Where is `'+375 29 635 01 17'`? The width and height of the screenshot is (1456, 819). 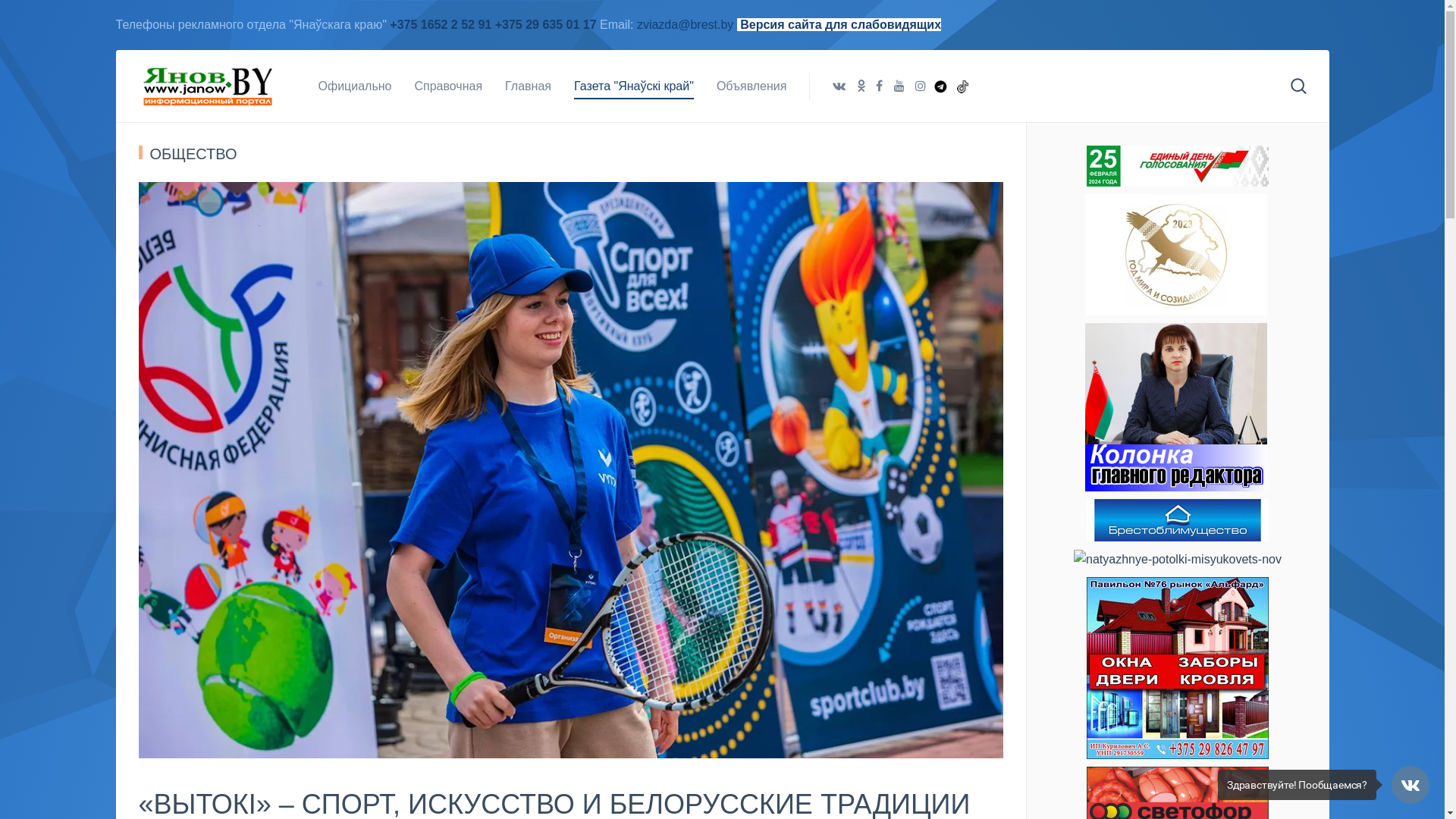 '+375 29 635 01 17' is located at coordinates (546, 24).